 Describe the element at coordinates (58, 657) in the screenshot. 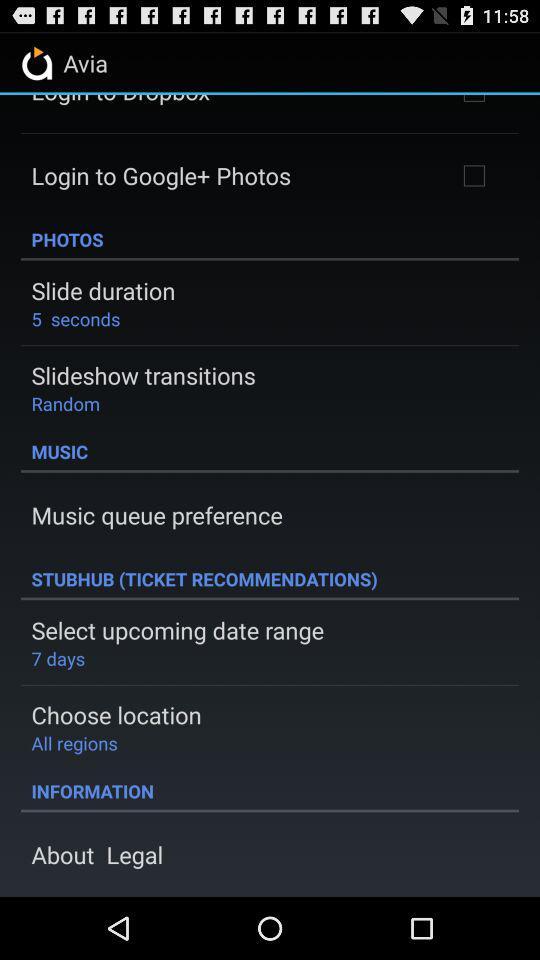

I see `the icon below select upcoming date icon` at that location.